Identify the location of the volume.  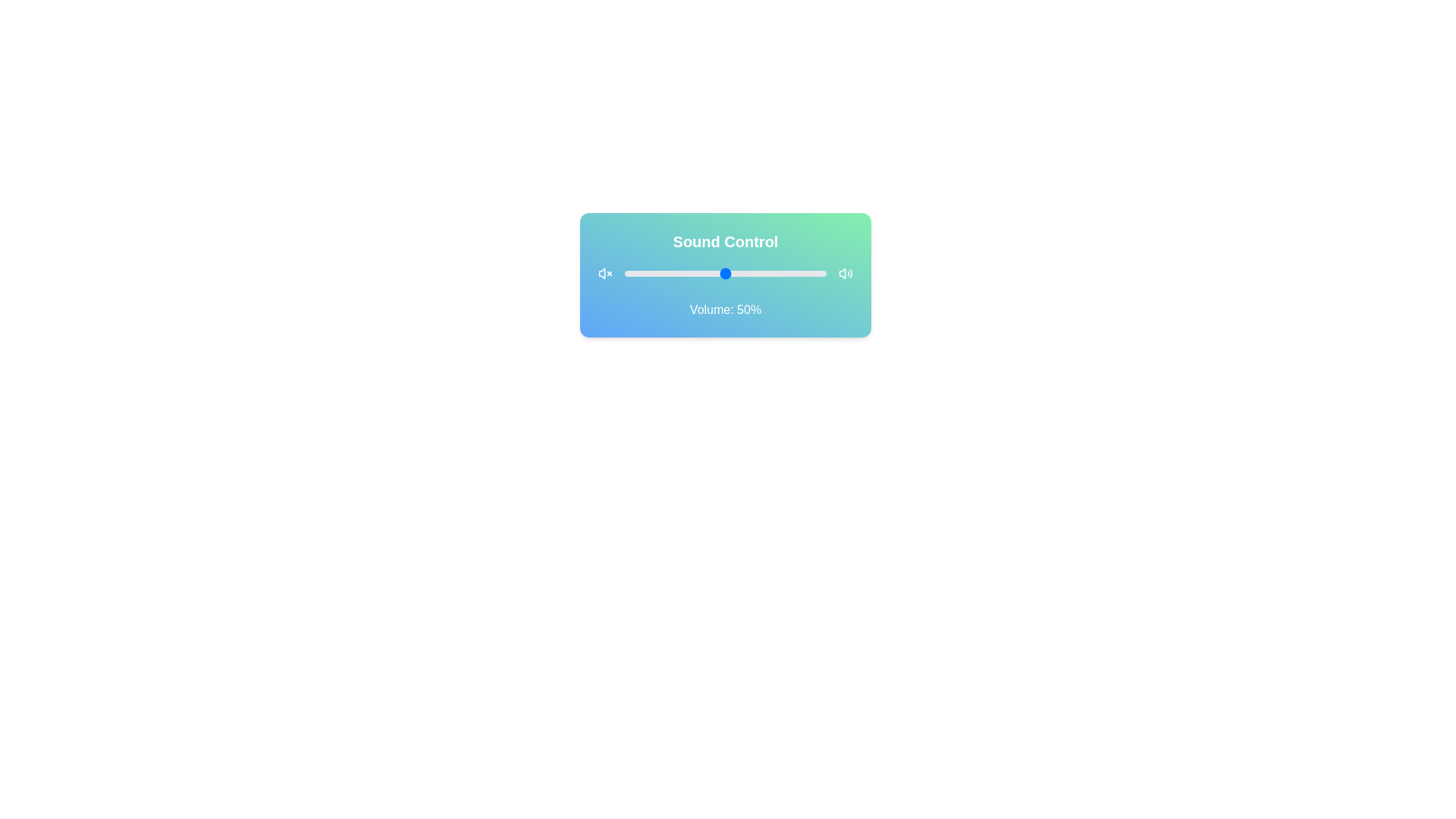
(637, 274).